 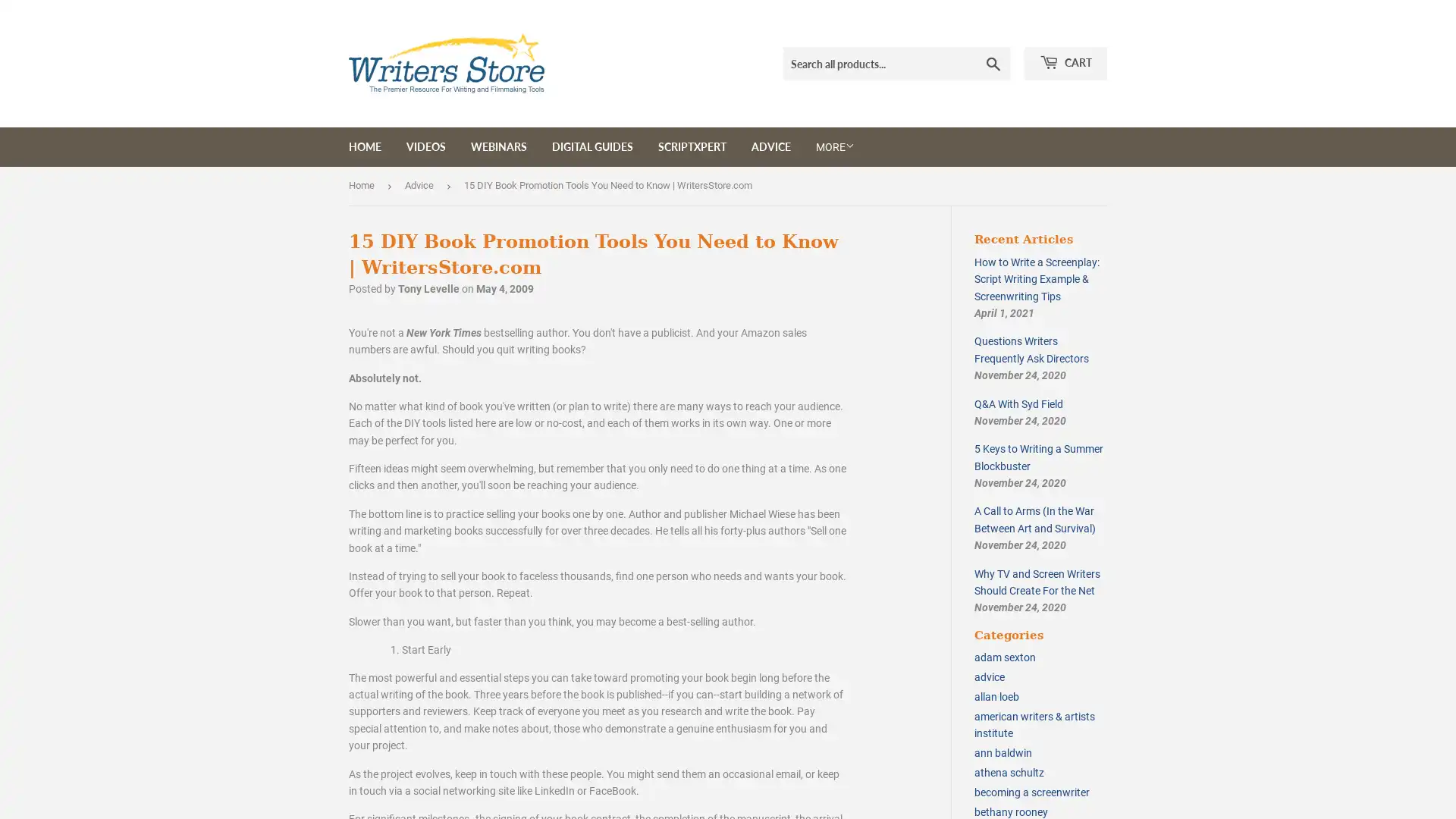 What do you see at coordinates (993, 63) in the screenshot?
I see `Search` at bounding box center [993, 63].